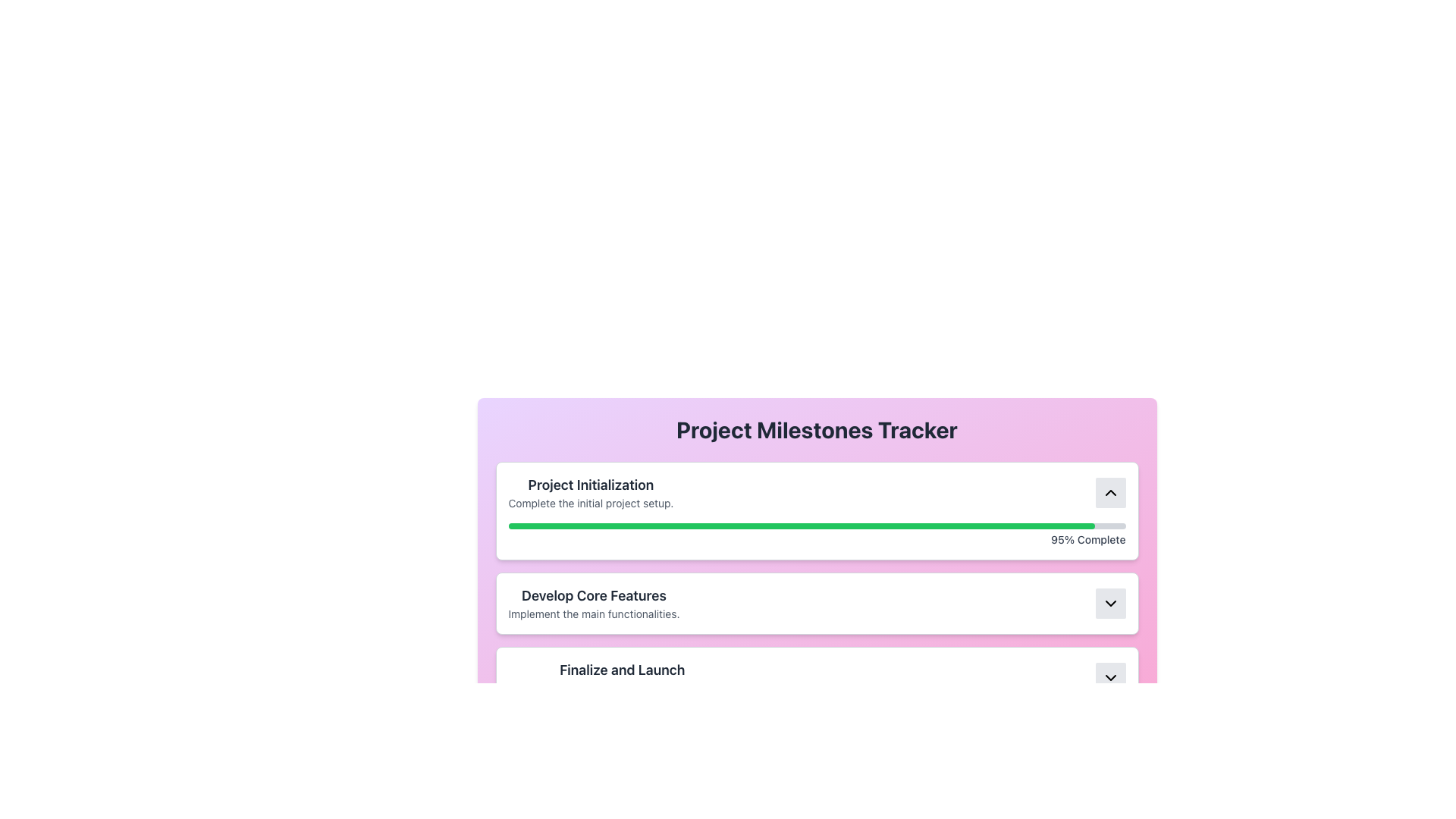  I want to click on the small rectangle button with a light gray background and a downward-facing chevron icon, so click(1110, 602).